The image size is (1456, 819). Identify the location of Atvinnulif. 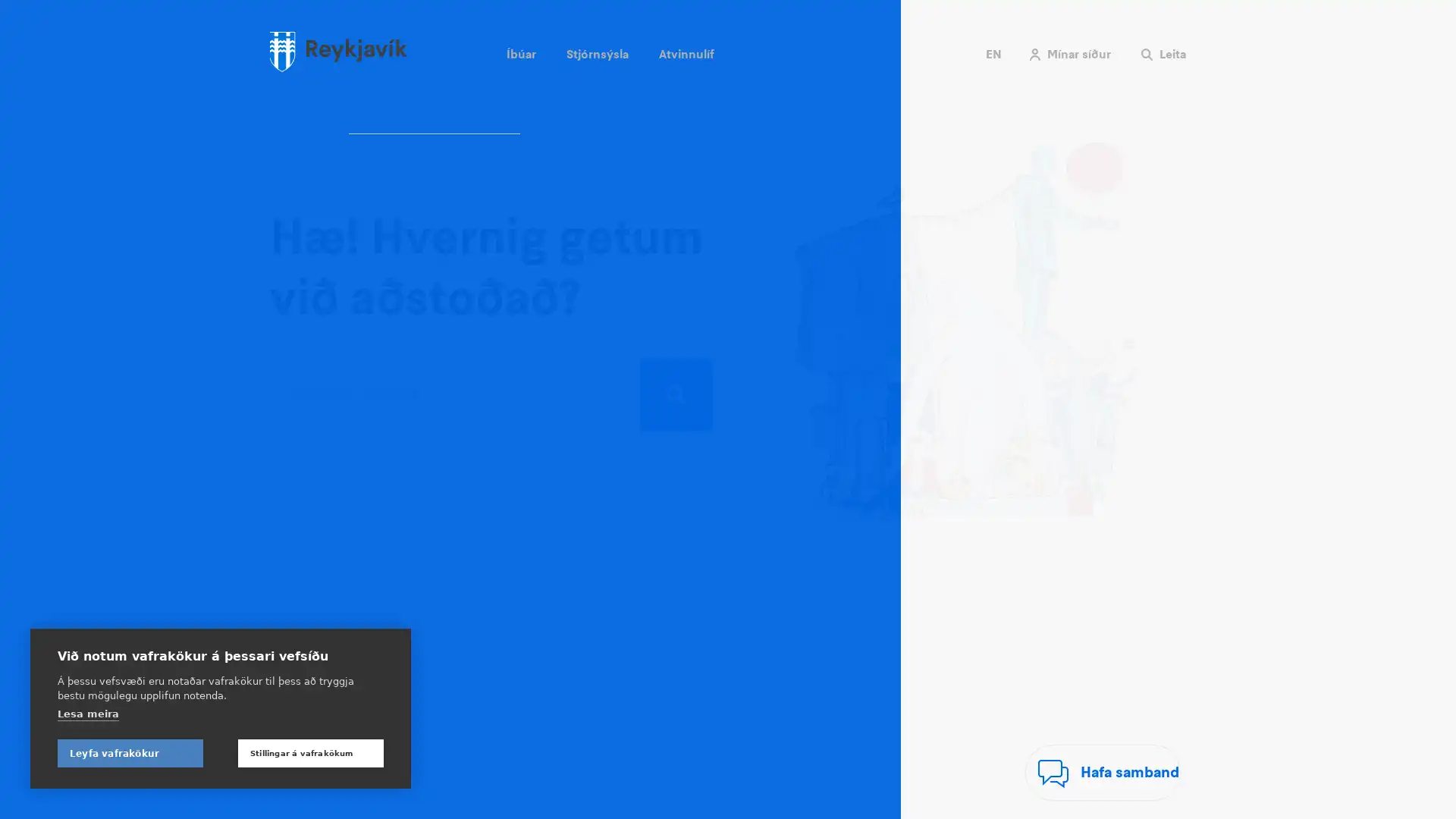
(686, 51).